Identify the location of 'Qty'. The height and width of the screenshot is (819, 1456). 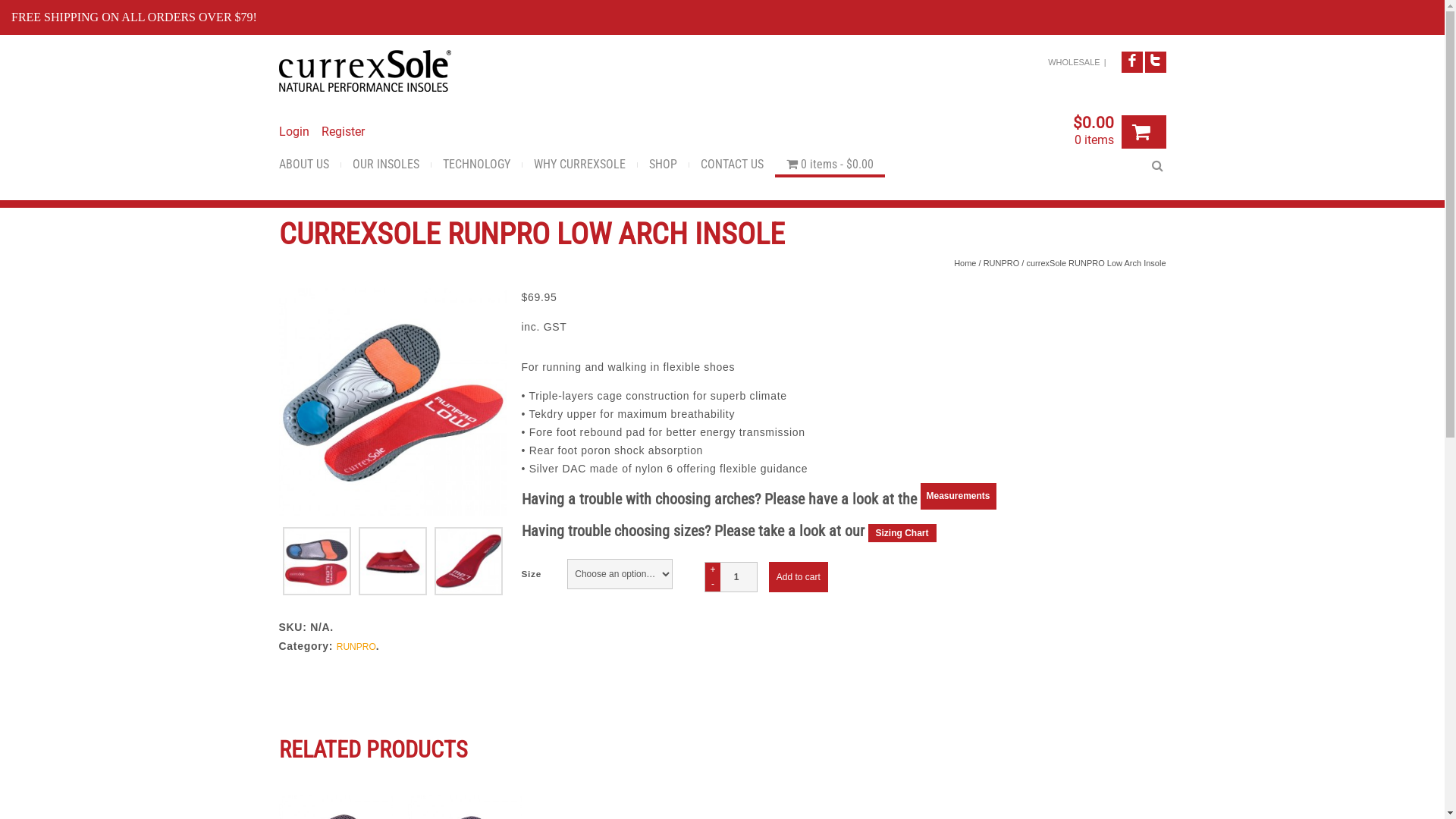
(731, 576).